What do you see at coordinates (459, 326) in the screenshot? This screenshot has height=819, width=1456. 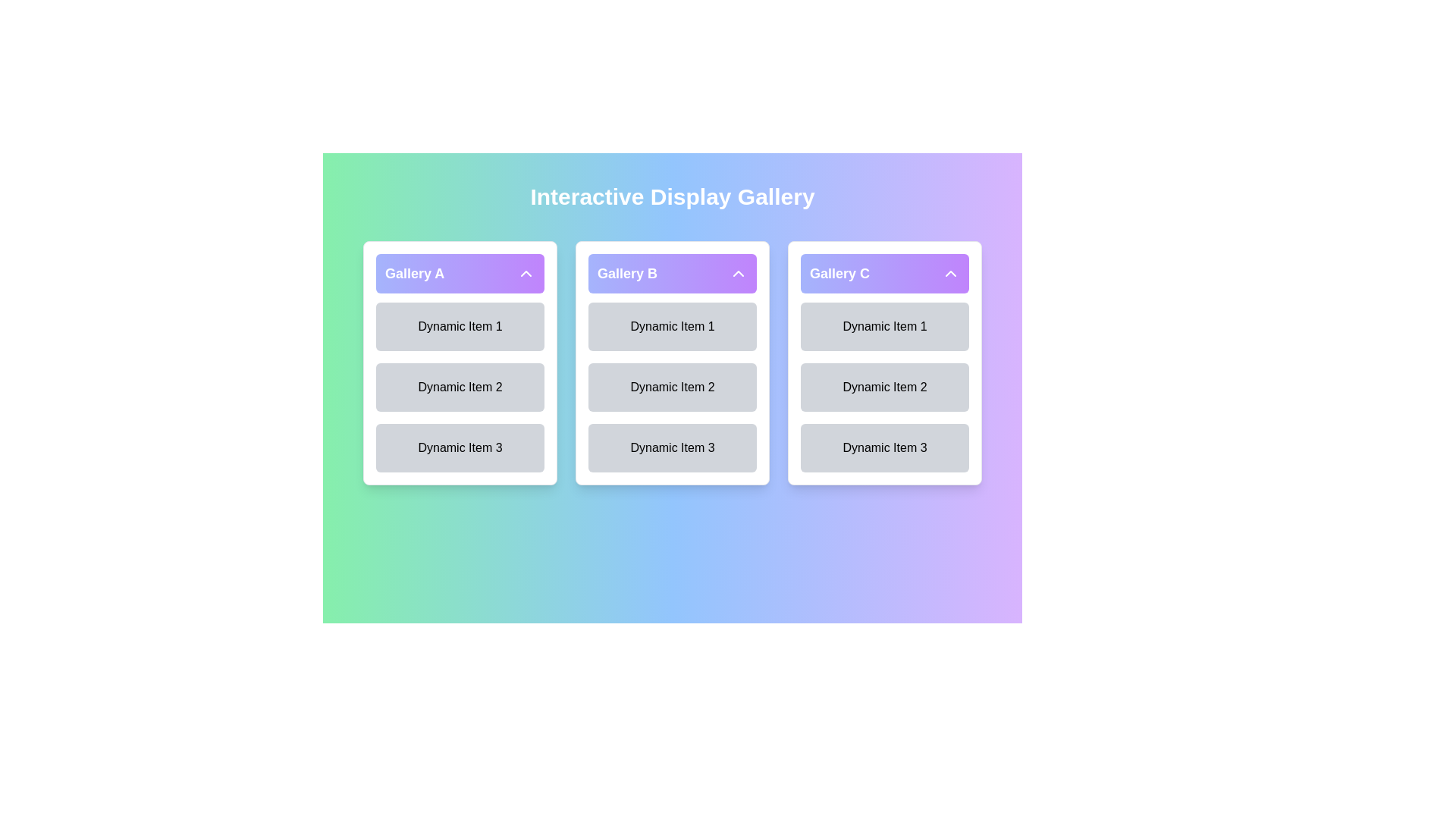 I see `the first button-like item in the 'Gallery A' section` at bounding box center [459, 326].